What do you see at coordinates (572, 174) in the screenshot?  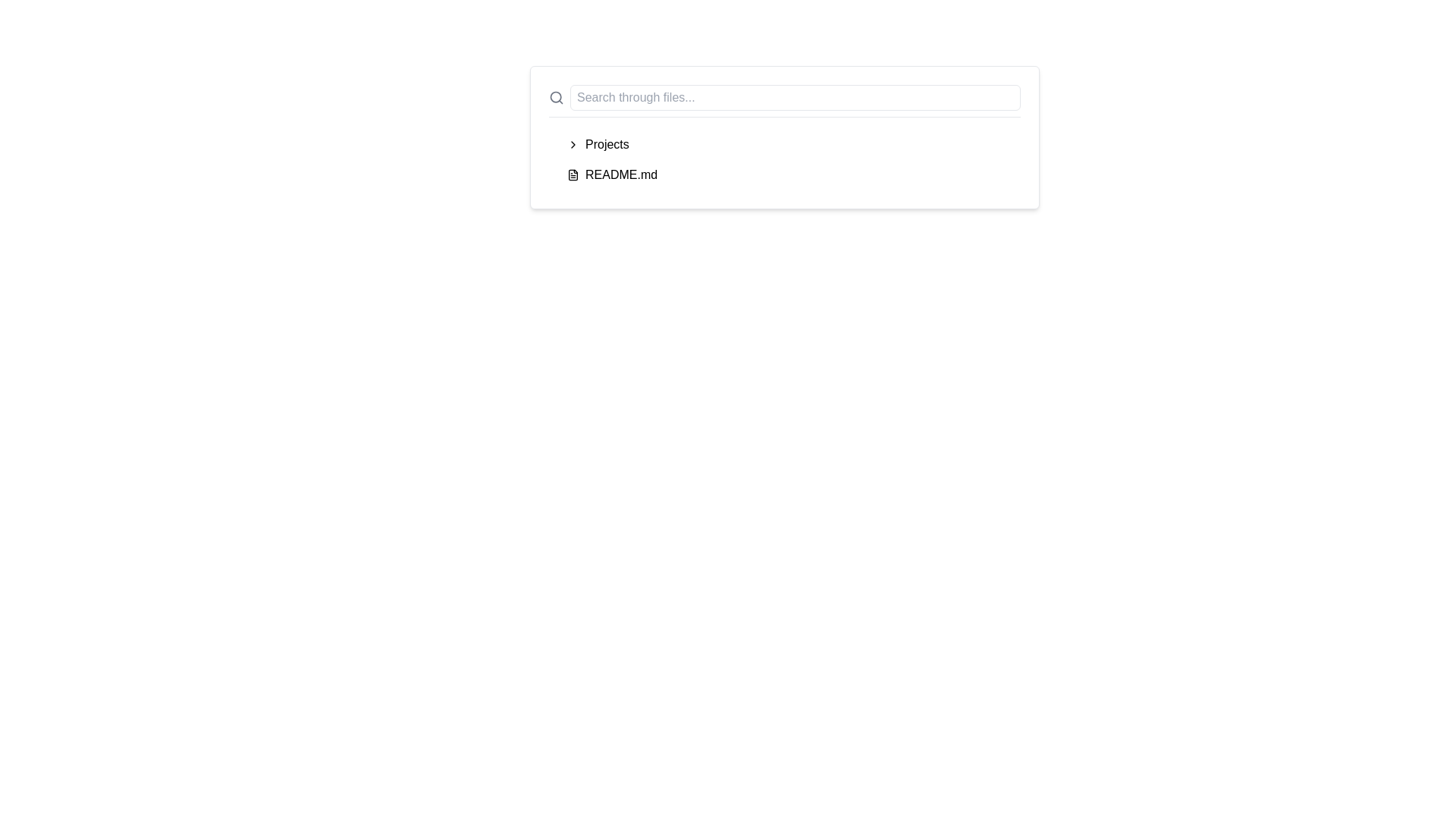 I see `the 'README.md' file icon located at the far left of its row` at bounding box center [572, 174].